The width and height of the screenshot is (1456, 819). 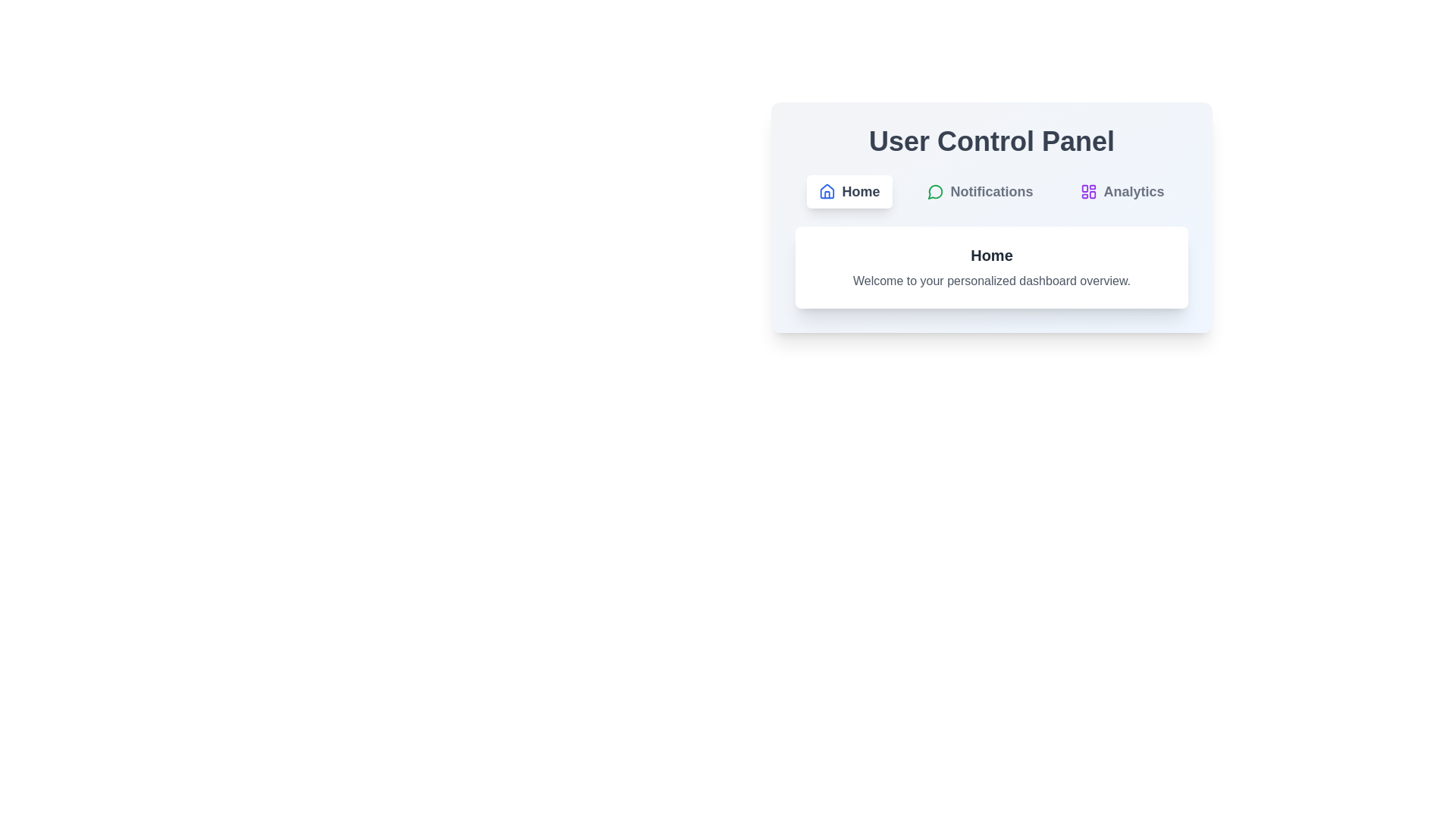 I want to click on the Home tab by clicking on its button, so click(x=849, y=191).